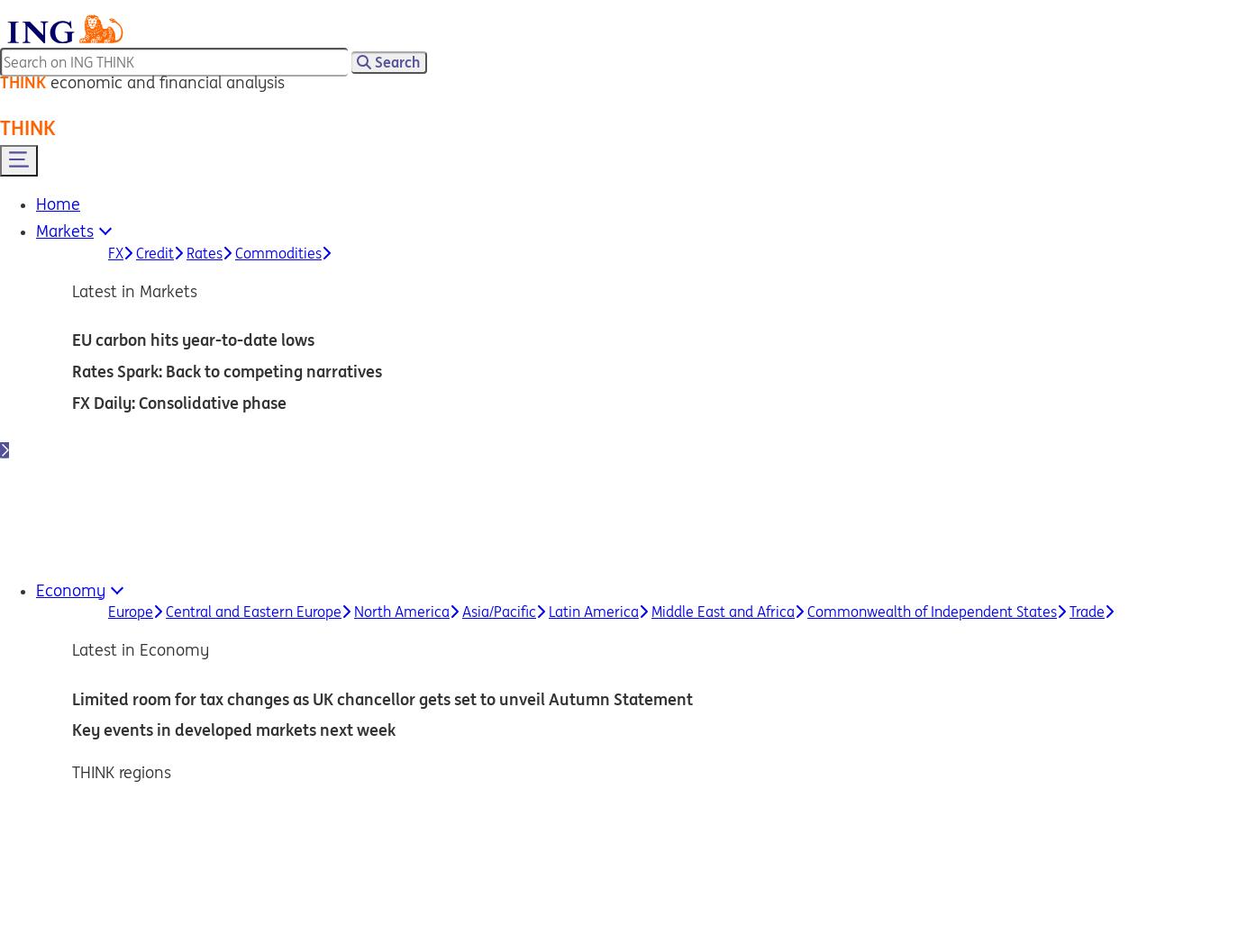  What do you see at coordinates (69, 589) in the screenshot?
I see `'Economy'` at bounding box center [69, 589].